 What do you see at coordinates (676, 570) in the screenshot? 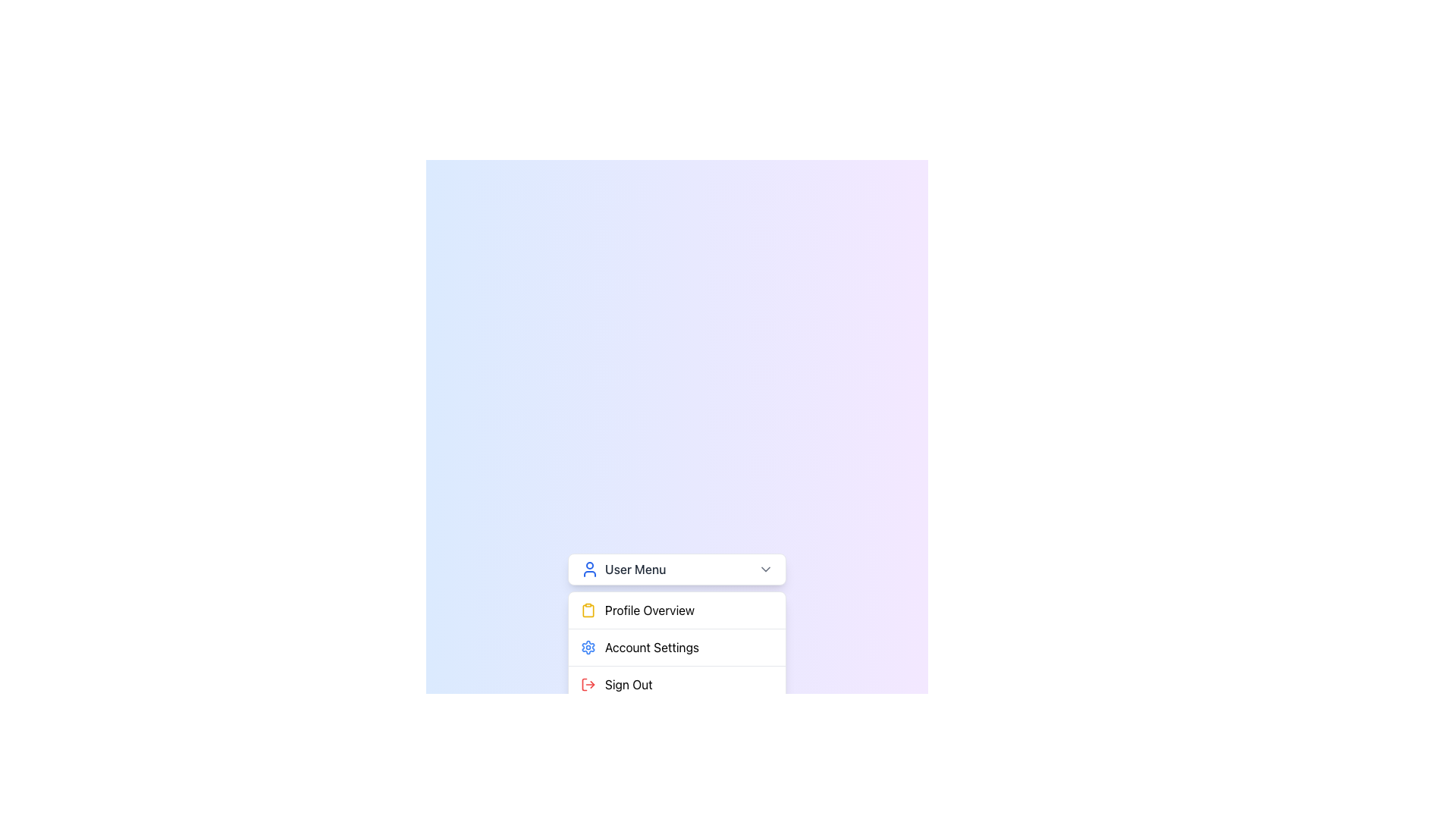
I see `the Dropdown Menu Button located at the upper area of the dropdown menu interface` at bounding box center [676, 570].